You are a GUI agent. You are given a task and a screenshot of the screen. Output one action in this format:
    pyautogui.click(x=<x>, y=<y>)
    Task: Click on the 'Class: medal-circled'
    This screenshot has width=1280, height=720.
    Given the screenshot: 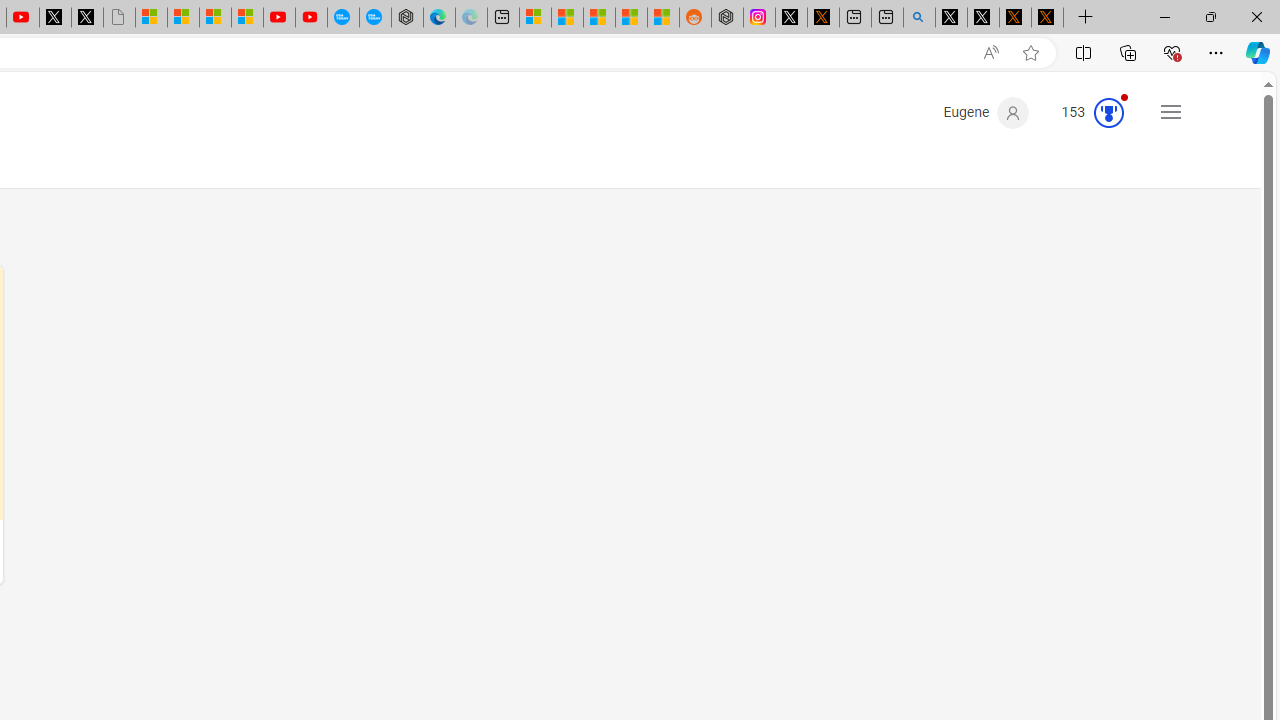 What is the action you would take?
    pyautogui.click(x=1108, y=113)
    